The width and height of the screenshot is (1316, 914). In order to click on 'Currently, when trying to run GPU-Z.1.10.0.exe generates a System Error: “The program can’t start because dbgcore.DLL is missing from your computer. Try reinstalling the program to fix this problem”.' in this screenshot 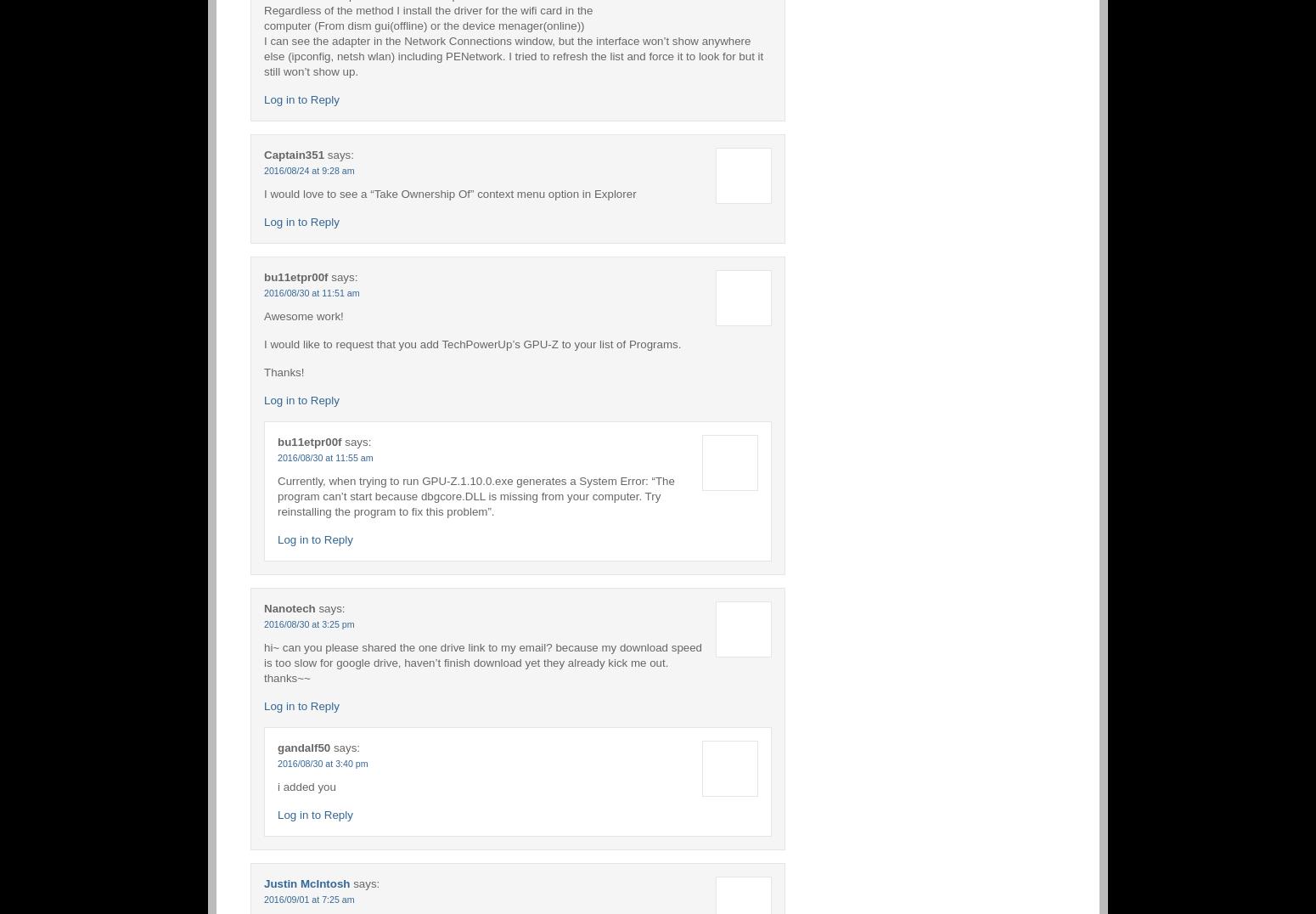, I will do `click(475, 494)`.